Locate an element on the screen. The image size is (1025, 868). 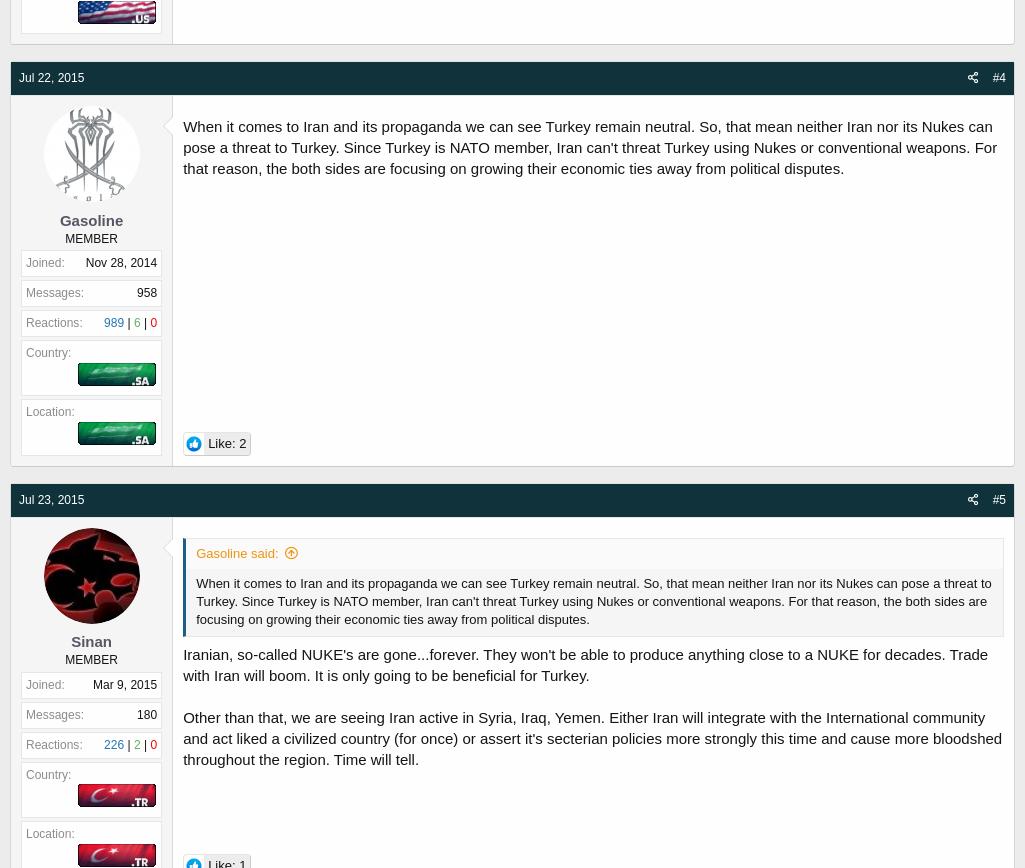
'Sinan' is located at coordinates (70, 641).